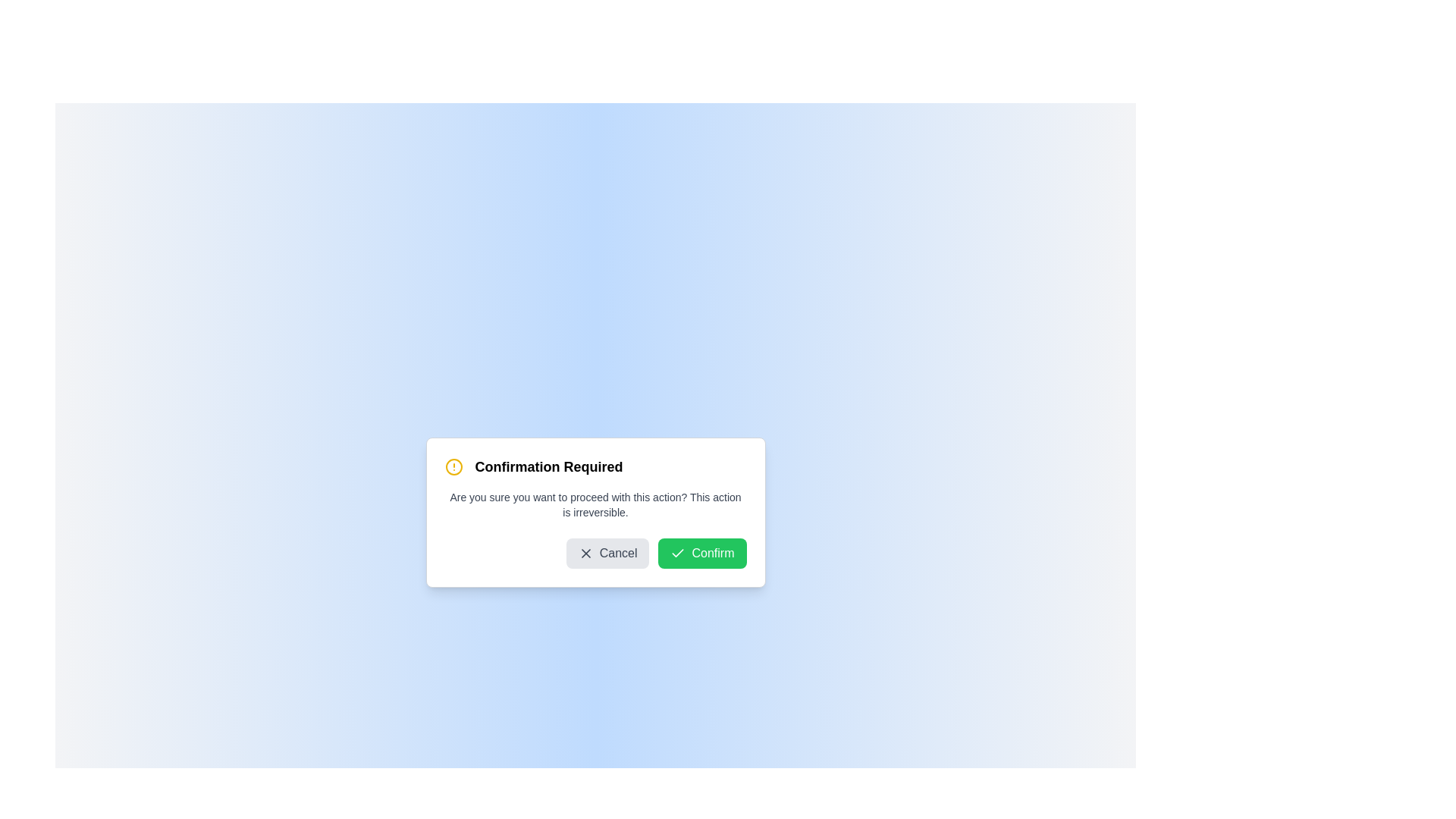 Image resolution: width=1456 pixels, height=819 pixels. Describe the element at coordinates (595, 466) in the screenshot. I see `the Header element that displays a yellow warning icon followed by bold text reading 'Confirmation Required', located at the top of the dialog box` at that location.